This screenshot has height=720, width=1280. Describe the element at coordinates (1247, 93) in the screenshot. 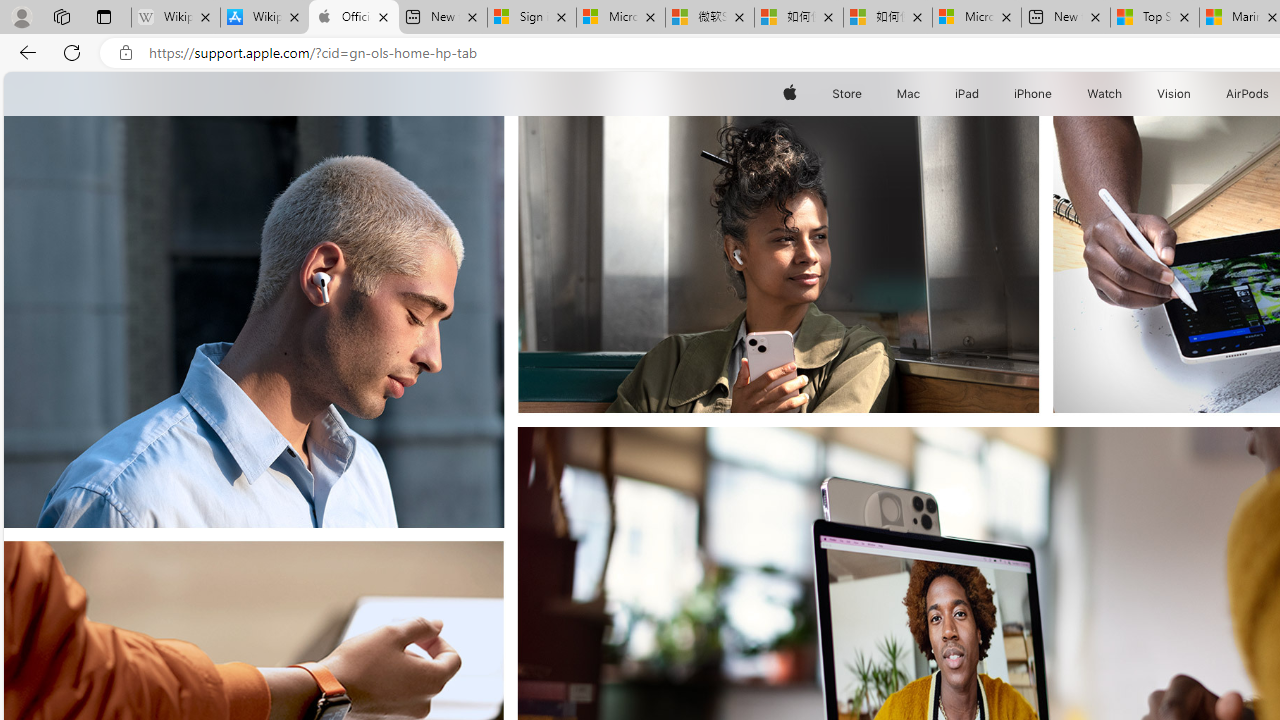

I see `'AirPods'` at that location.